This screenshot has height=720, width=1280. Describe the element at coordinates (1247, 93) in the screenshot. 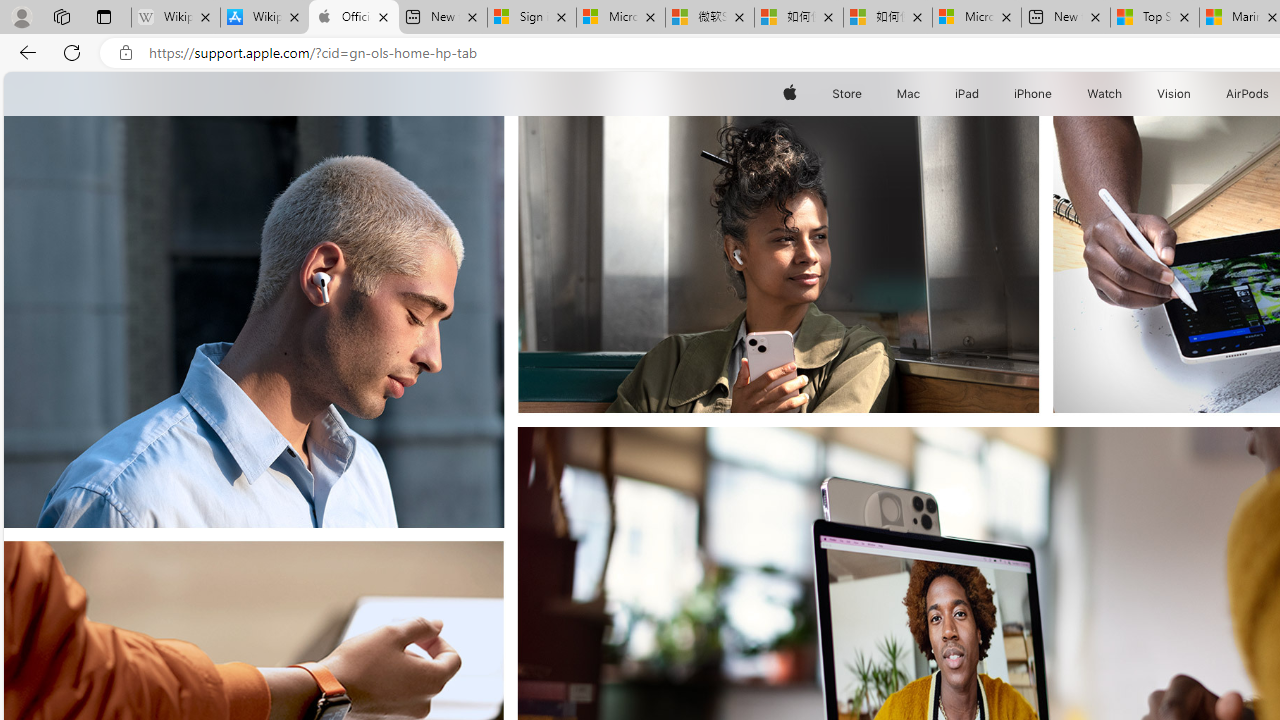

I see `'AirPods'` at that location.